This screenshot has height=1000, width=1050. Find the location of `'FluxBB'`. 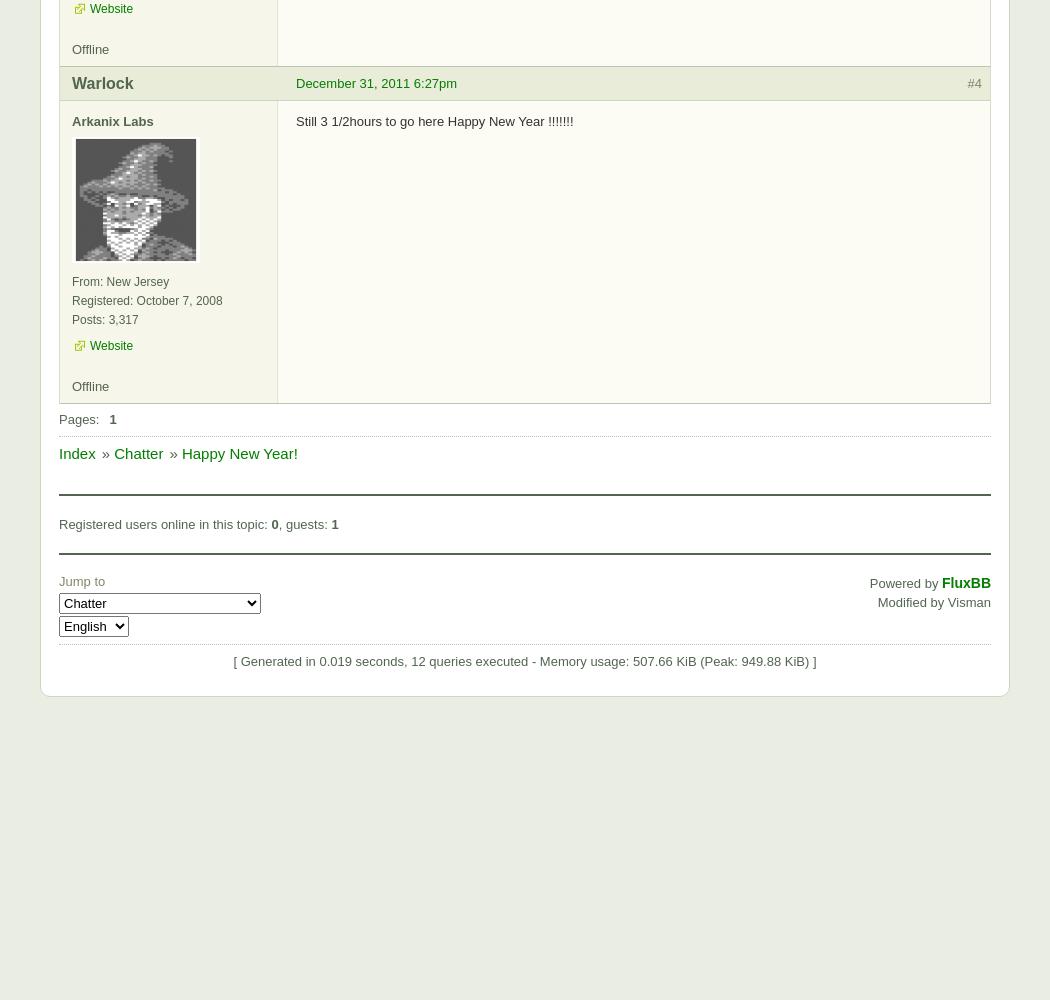

'FluxBB' is located at coordinates (965, 581).